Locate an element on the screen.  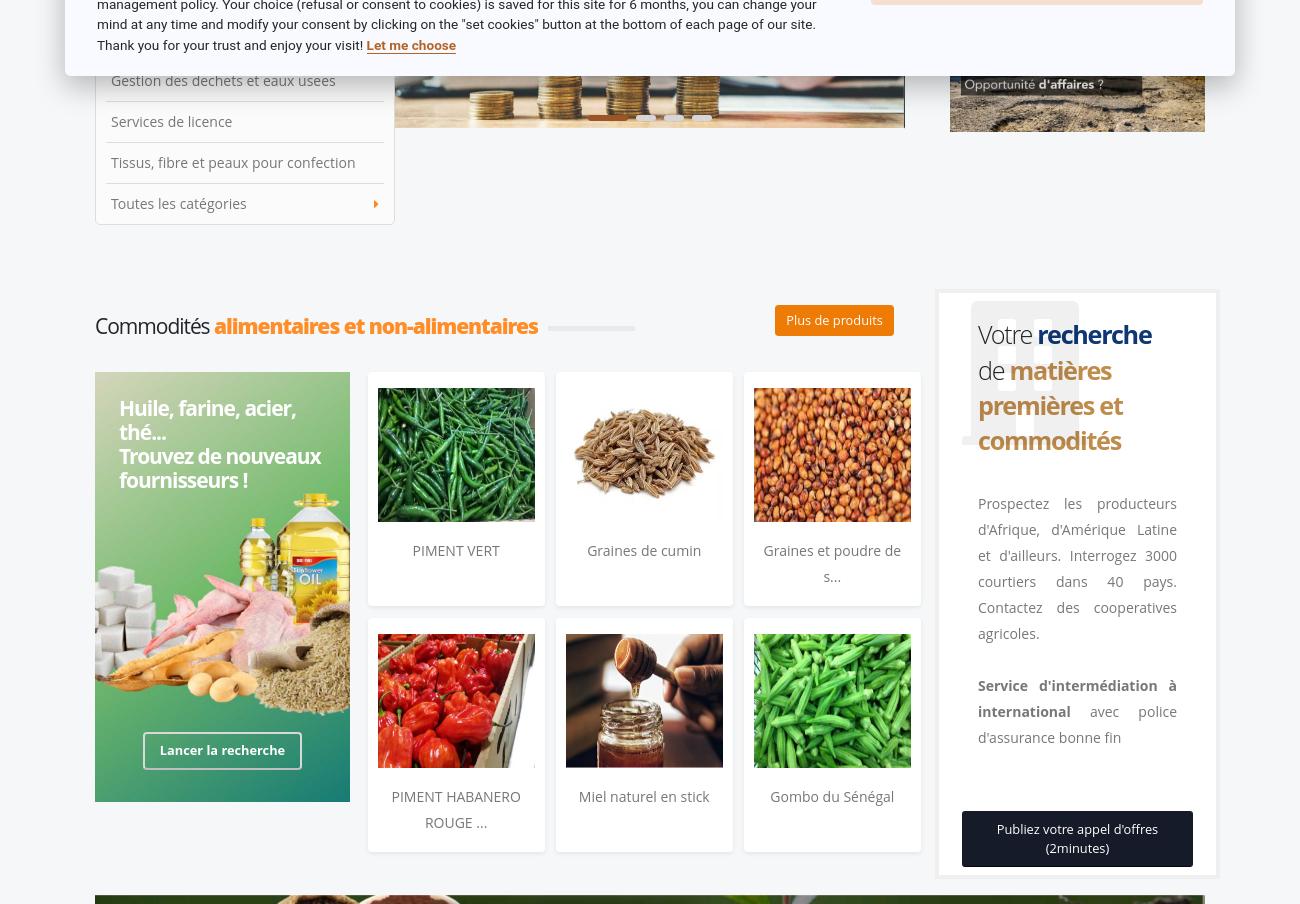
'Service d'intermédiation à international' is located at coordinates (976, 696).